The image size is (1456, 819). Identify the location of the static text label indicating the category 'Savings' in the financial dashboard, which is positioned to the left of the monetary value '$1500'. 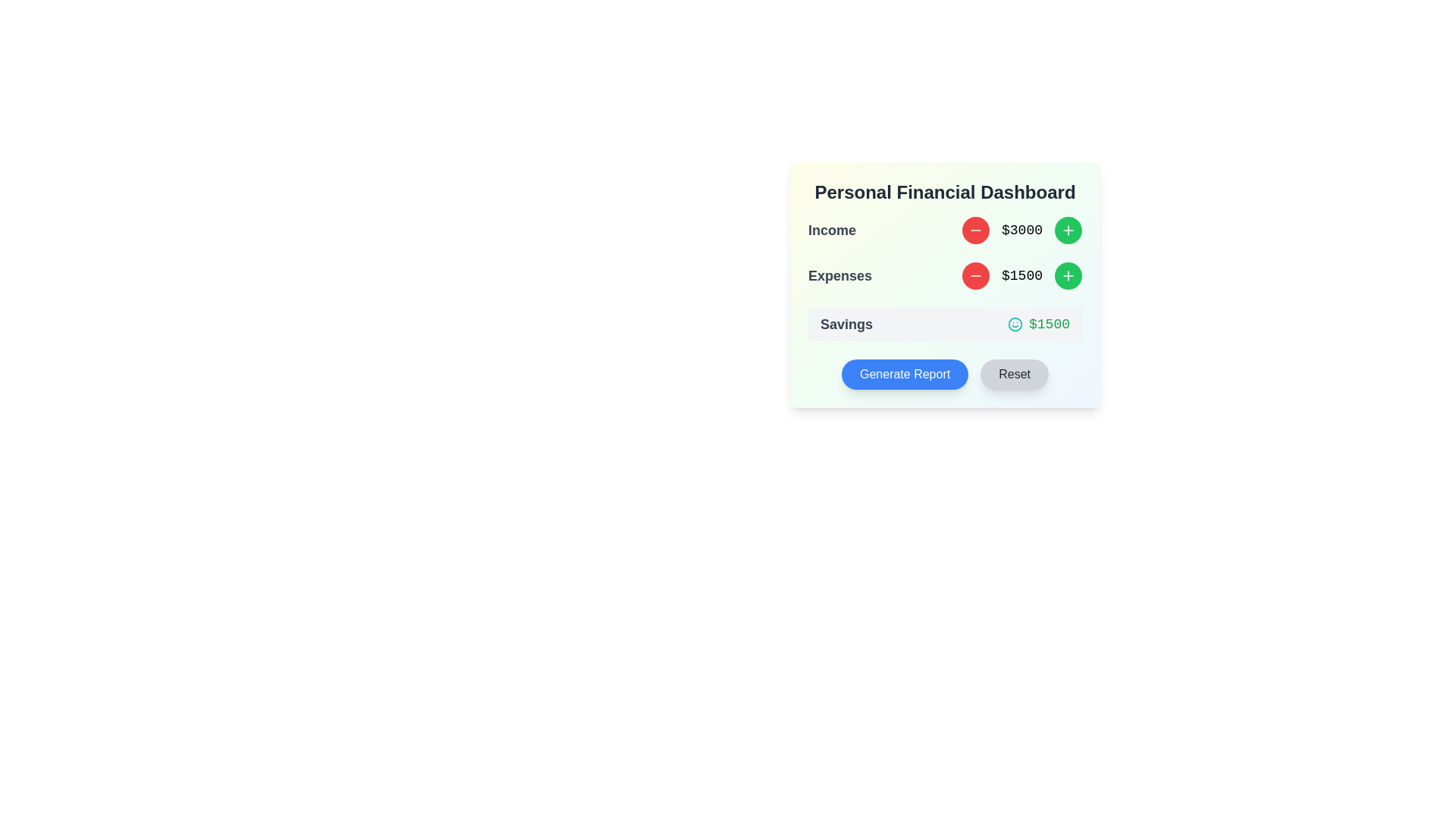
(846, 324).